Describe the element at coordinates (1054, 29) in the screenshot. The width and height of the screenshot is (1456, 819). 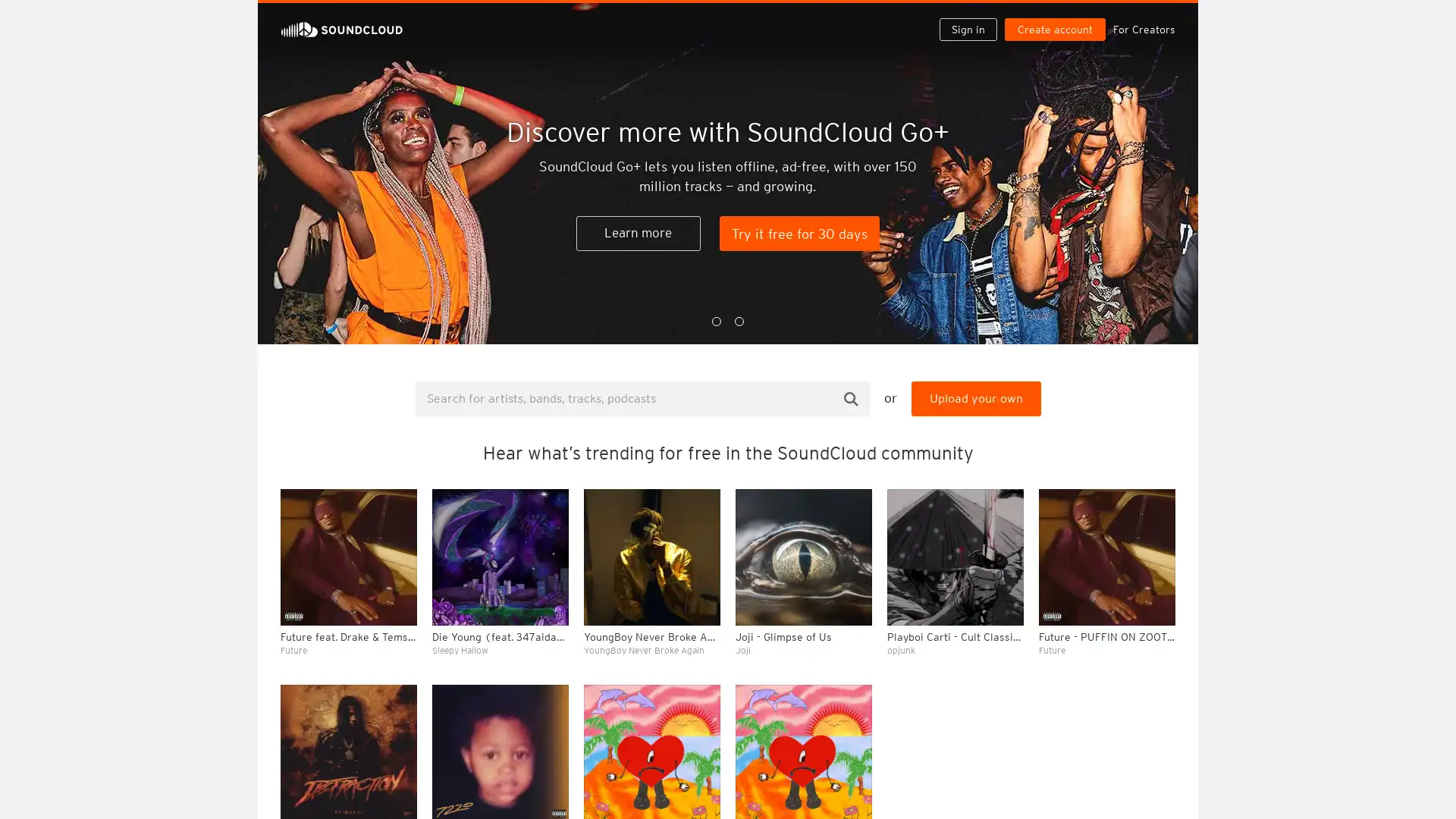
I see `Create a SoundCloud account` at that location.